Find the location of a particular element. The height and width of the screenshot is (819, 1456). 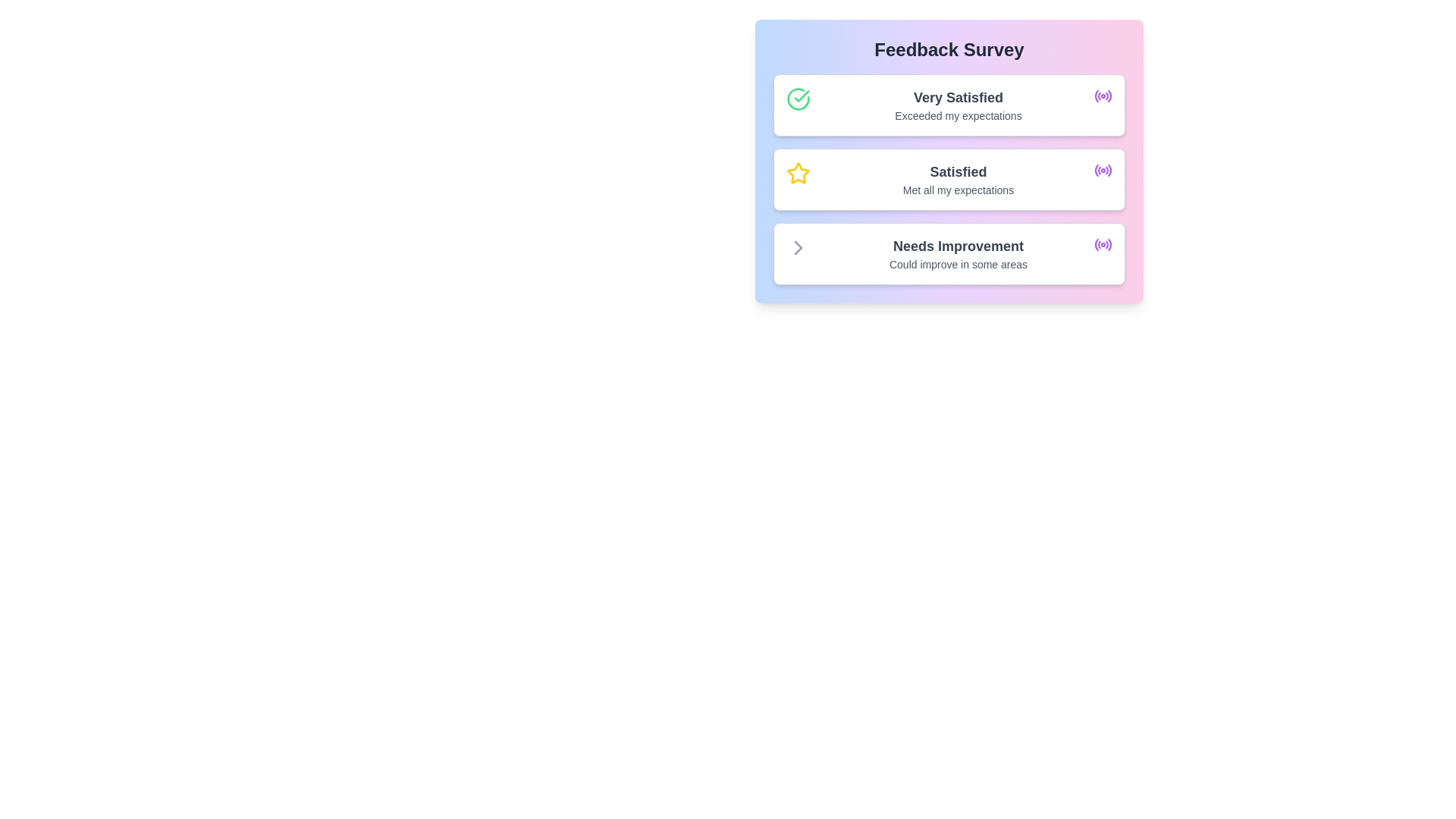

the static text label providing context for the feedback category 'Satisfied', which is positioned beneath the label 'Satisfied' in the feedback rating section is located at coordinates (957, 189).